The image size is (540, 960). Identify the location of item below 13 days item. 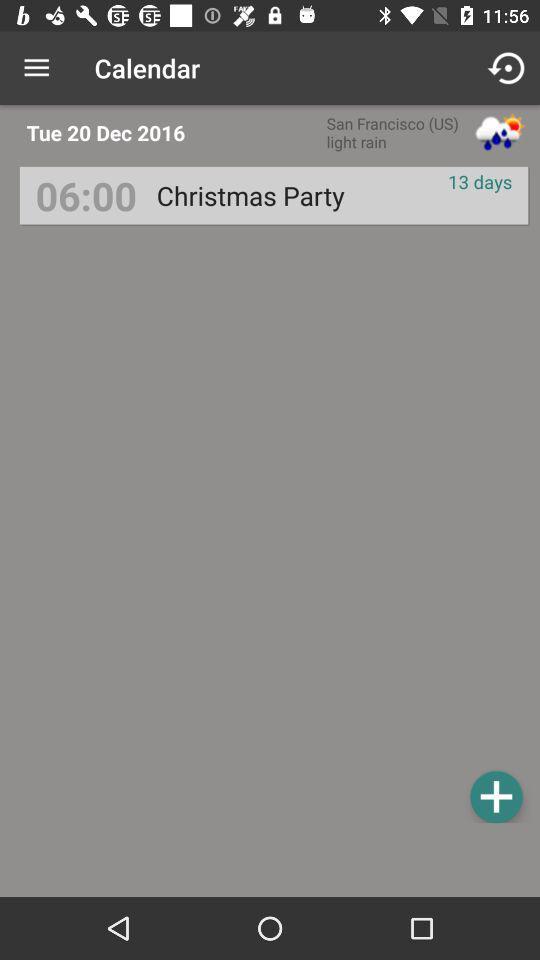
(495, 796).